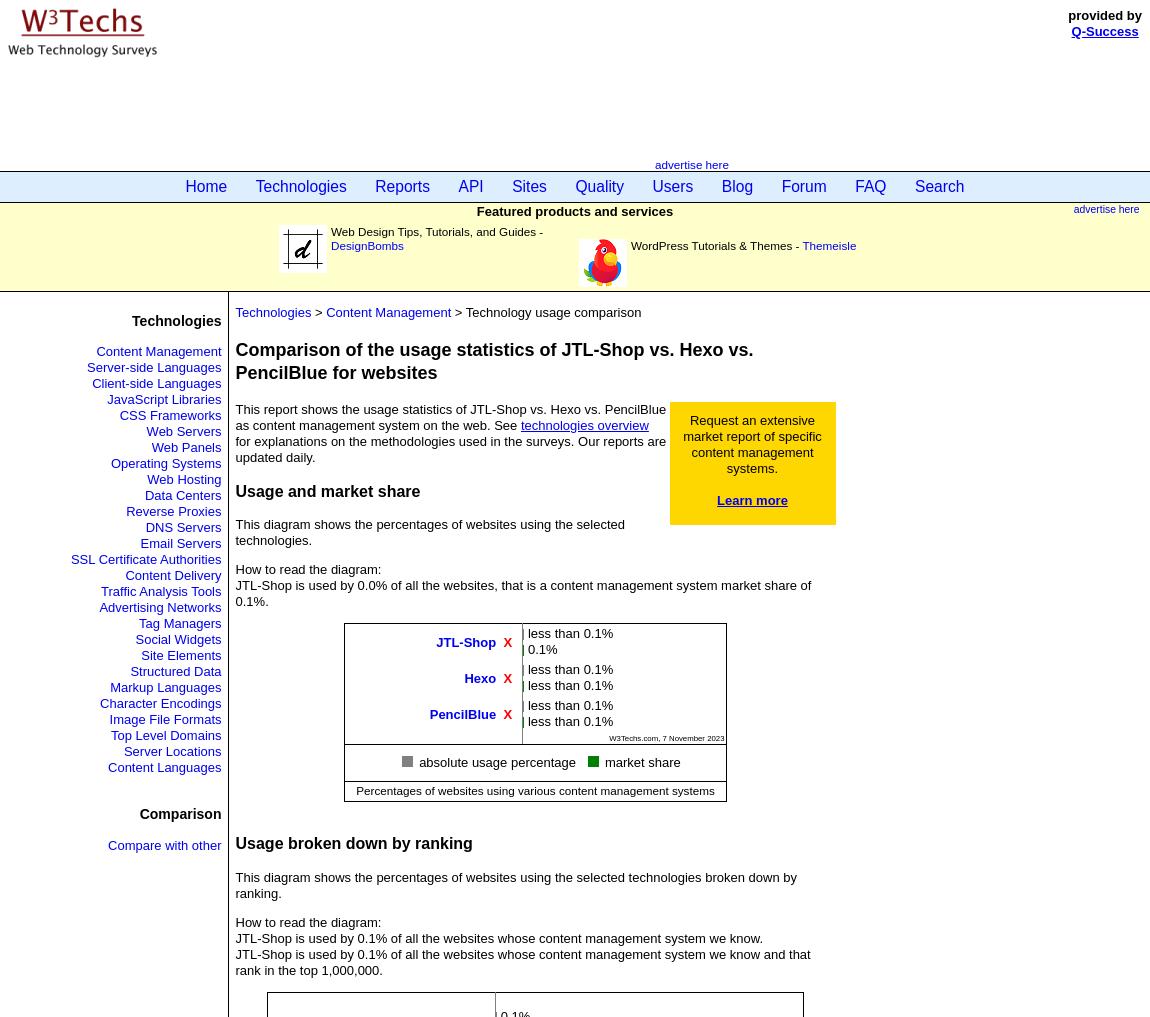 The width and height of the screenshot is (1150, 1017). What do you see at coordinates (159, 702) in the screenshot?
I see `'Character Encodings'` at bounding box center [159, 702].